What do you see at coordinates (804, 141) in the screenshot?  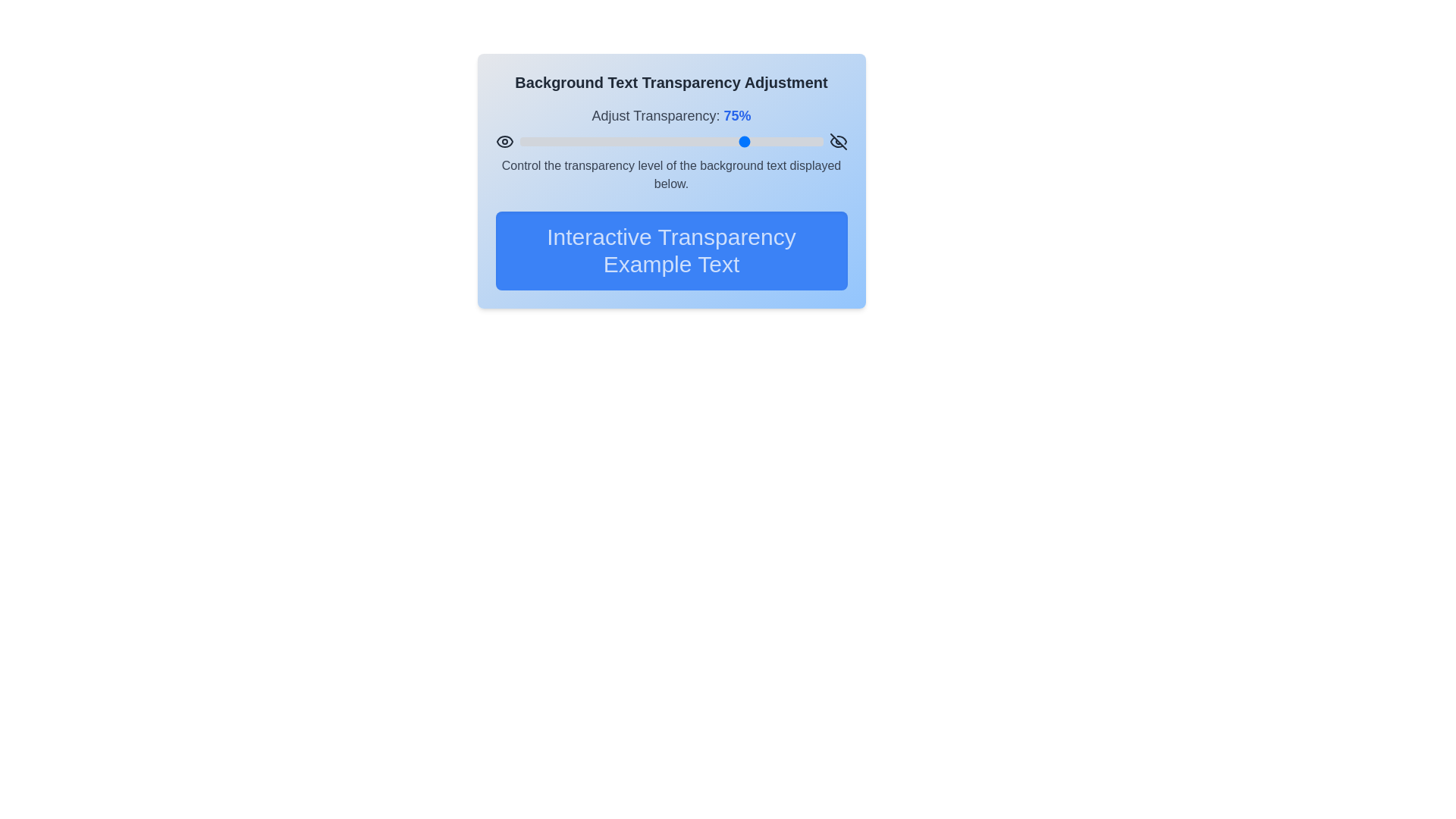 I see `the transparency slider to 94%` at bounding box center [804, 141].